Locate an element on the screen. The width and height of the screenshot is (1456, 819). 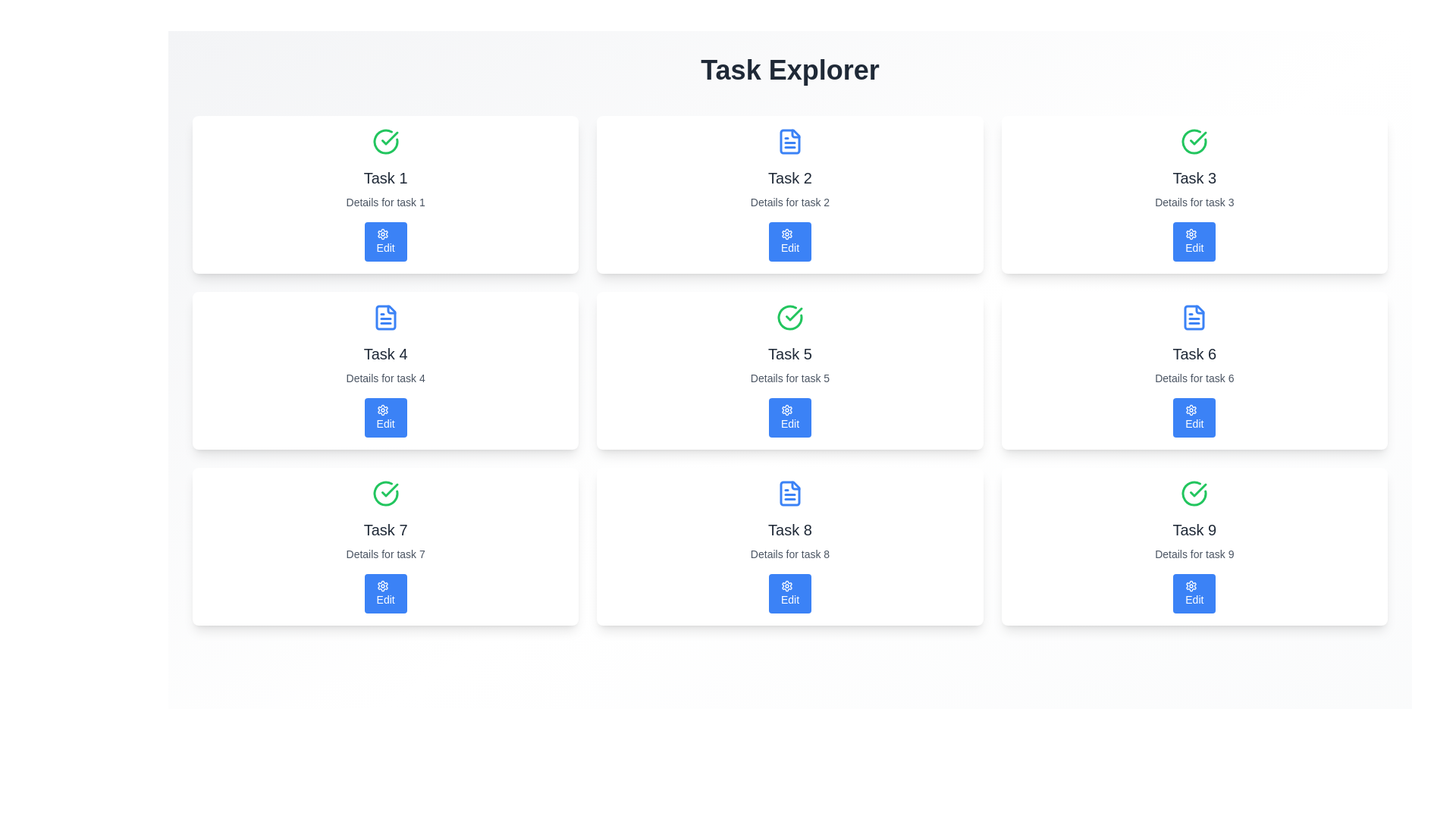
the text label that reads 'Task 1', which is styled with a bold, extra-large font and dark gray color, located in the upper part of the first card in the top-left section of the grid layout is located at coordinates (385, 177).